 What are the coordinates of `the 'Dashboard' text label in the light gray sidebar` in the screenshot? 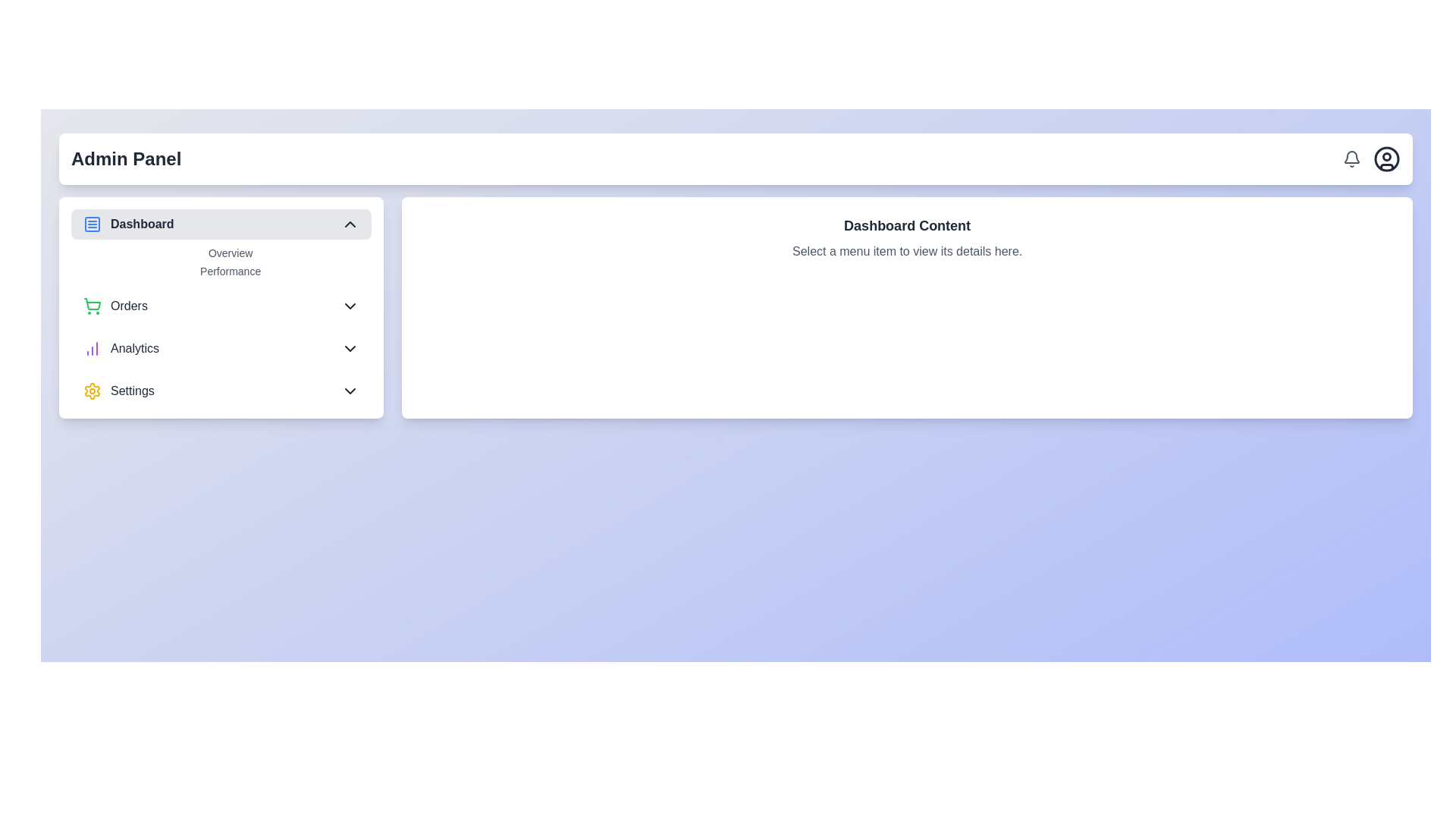 It's located at (142, 224).